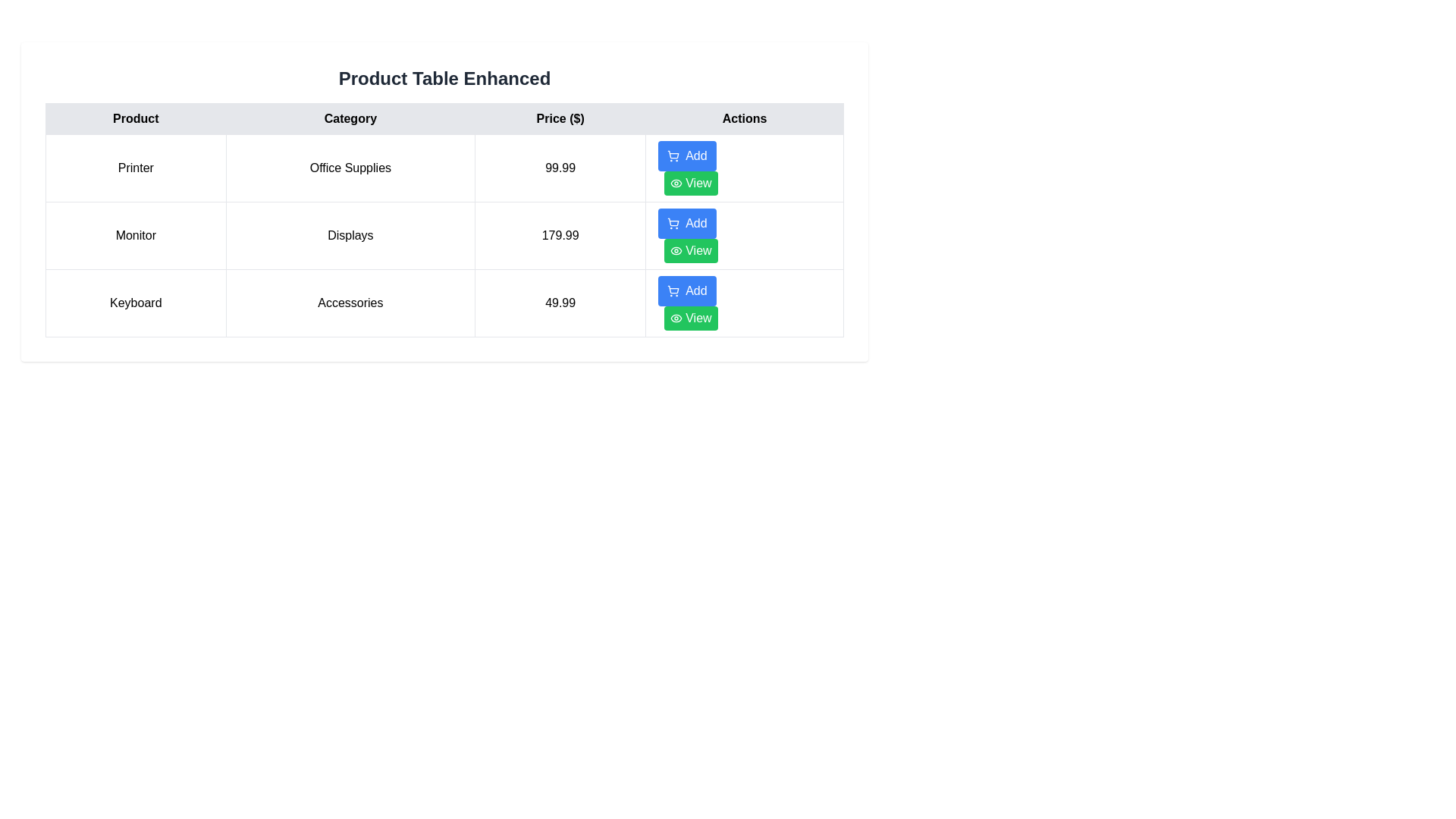  I want to click on the shopping cart icon within the blue 'Add' button located in the top row of the 'Actions' column of the table, so click(673, 155).